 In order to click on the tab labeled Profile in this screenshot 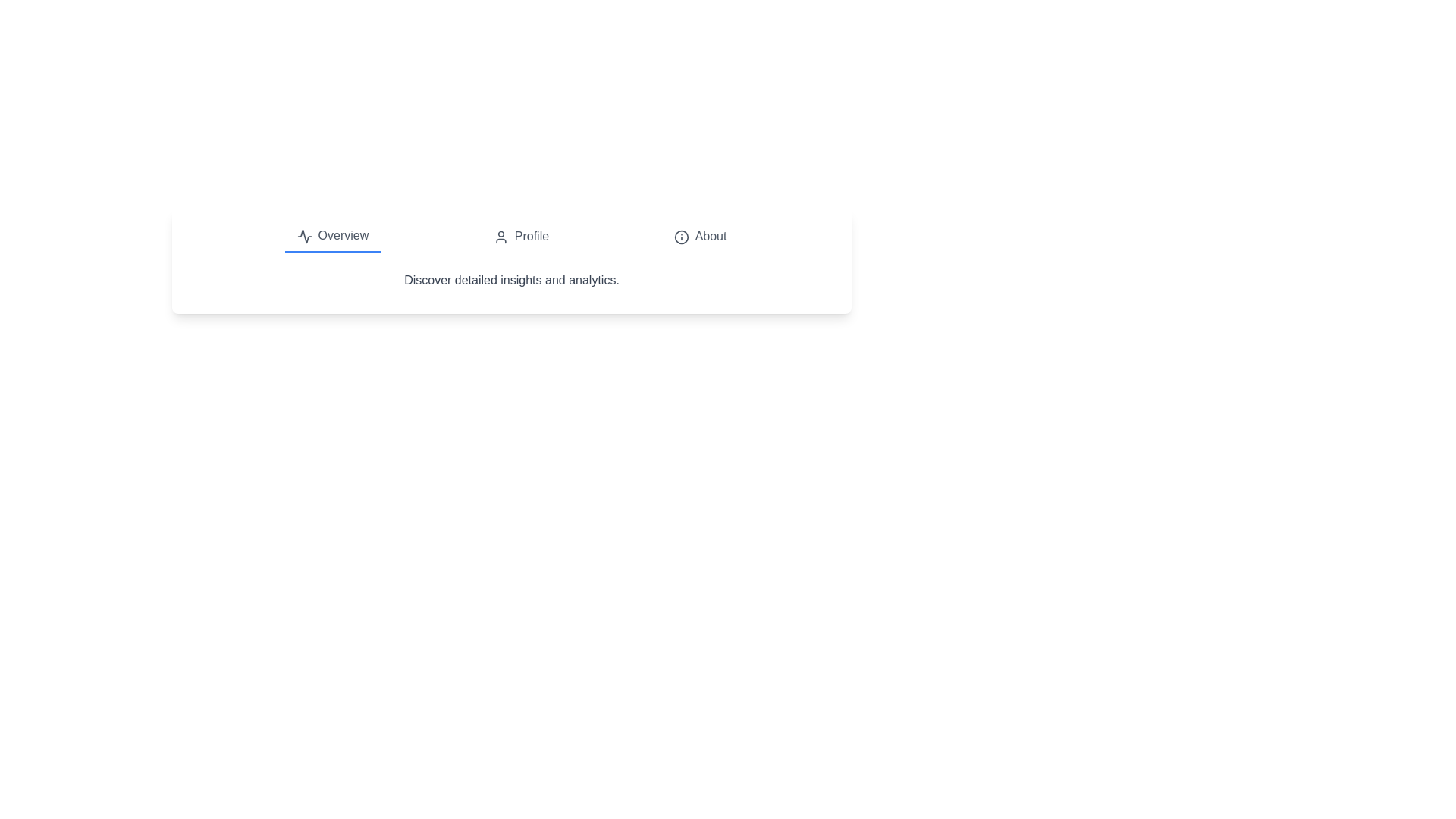, I will do `click(521, 237)`.